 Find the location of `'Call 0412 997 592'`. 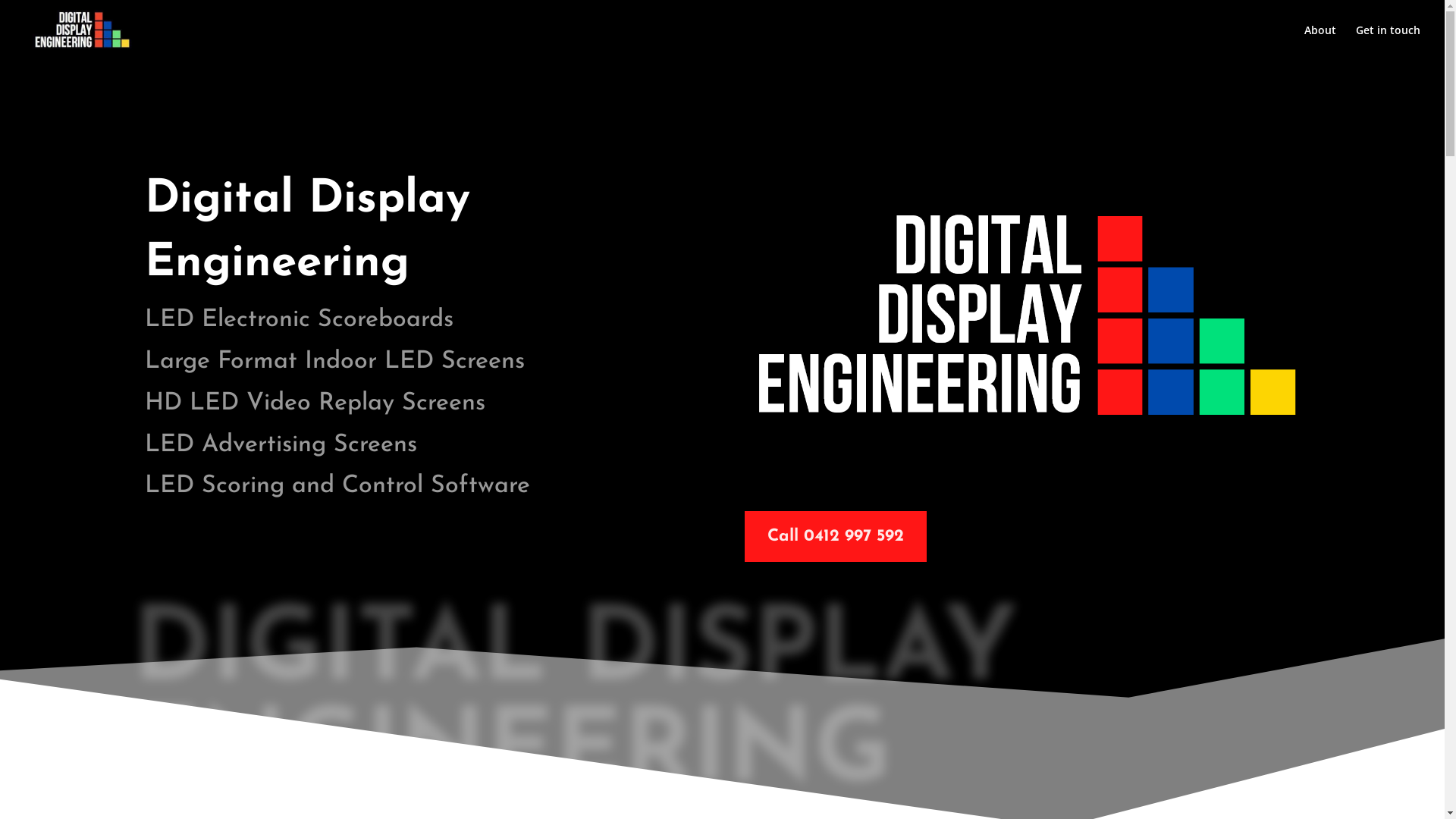

'Call 0412 997 592' is located at coordinates (835, 535).